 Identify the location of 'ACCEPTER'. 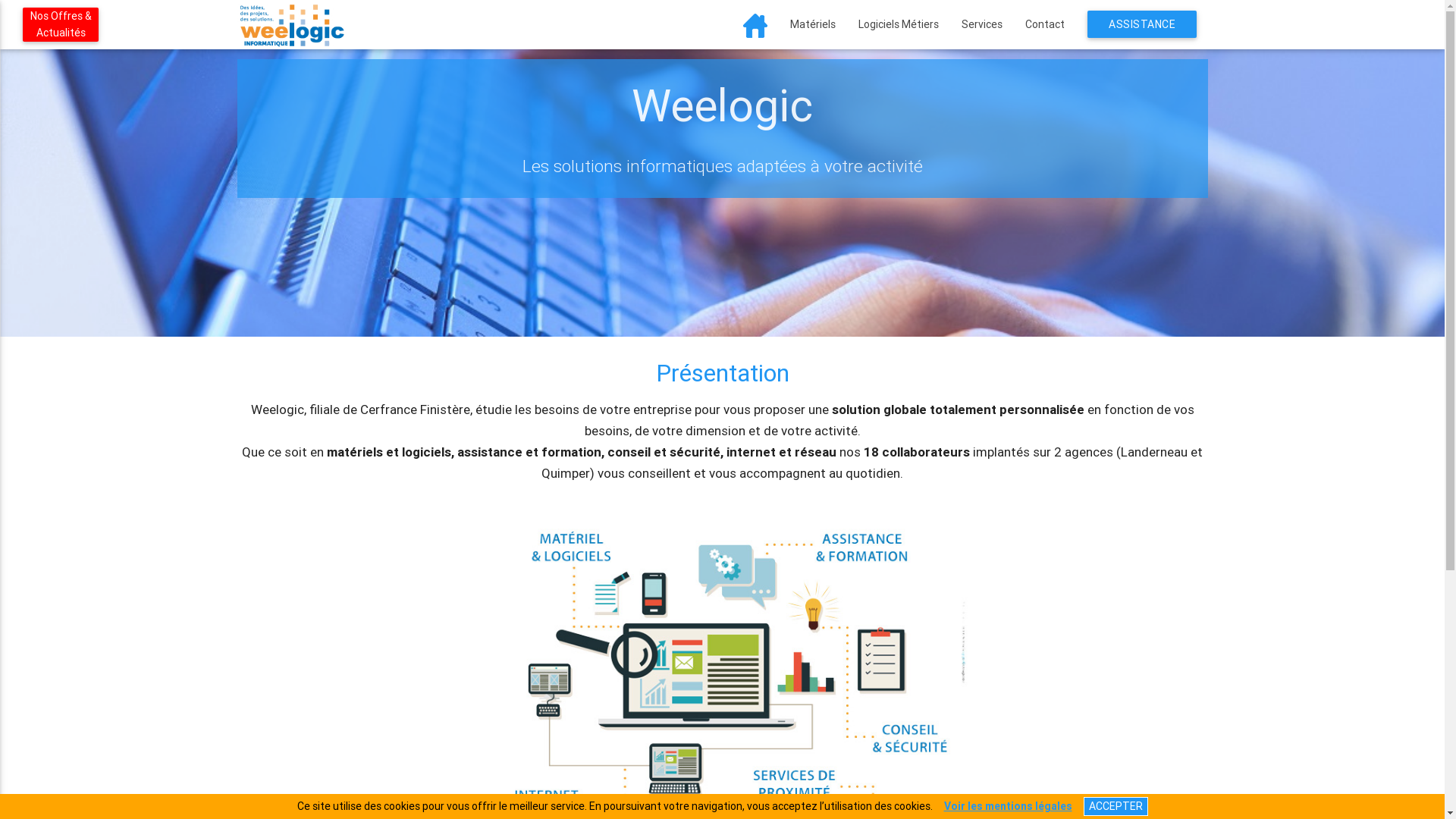
(1082, 805).